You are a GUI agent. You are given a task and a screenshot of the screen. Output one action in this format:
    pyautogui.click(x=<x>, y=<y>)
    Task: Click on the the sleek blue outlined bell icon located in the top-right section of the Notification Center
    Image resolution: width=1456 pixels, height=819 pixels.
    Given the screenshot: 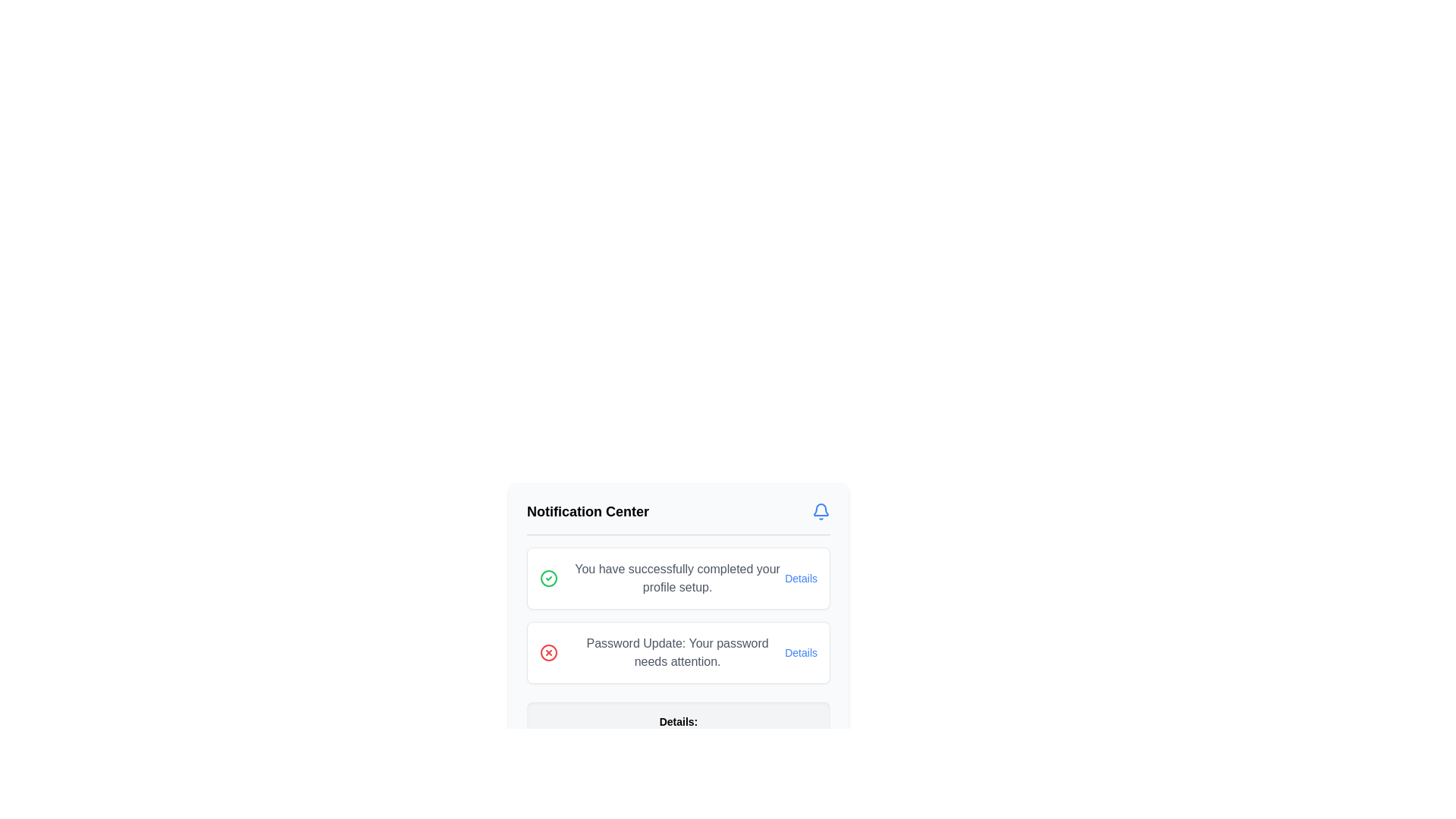 What is the action you would take?
    pyautogui.click(x=821, y=512)
    